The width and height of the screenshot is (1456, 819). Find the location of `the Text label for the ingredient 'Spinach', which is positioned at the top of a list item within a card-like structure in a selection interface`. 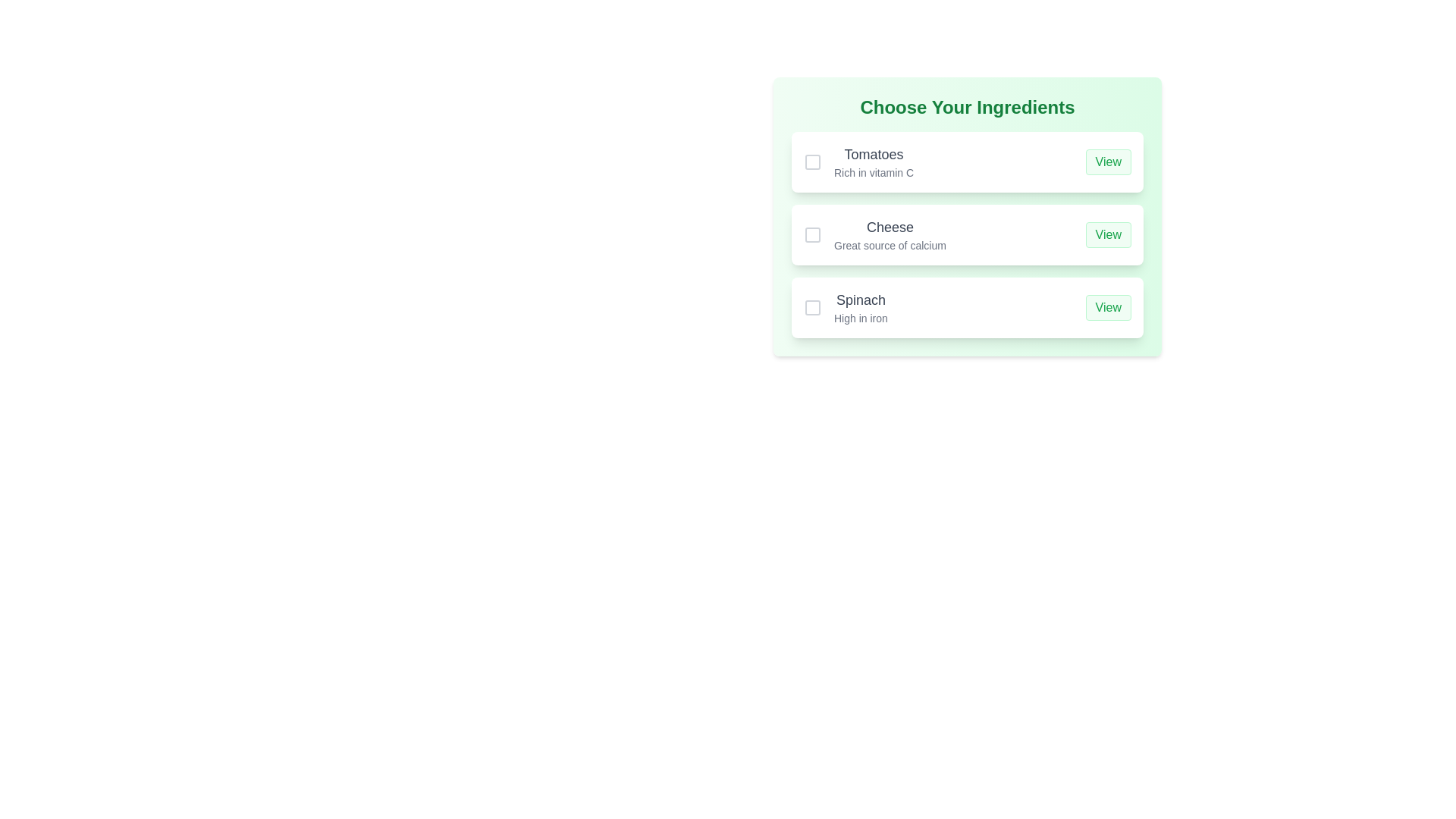

the Text label for the ingredient 'Spinach', which is positioned at the top of a list item within a card-like structure in a selection interface is located at coordinates (861, 300).